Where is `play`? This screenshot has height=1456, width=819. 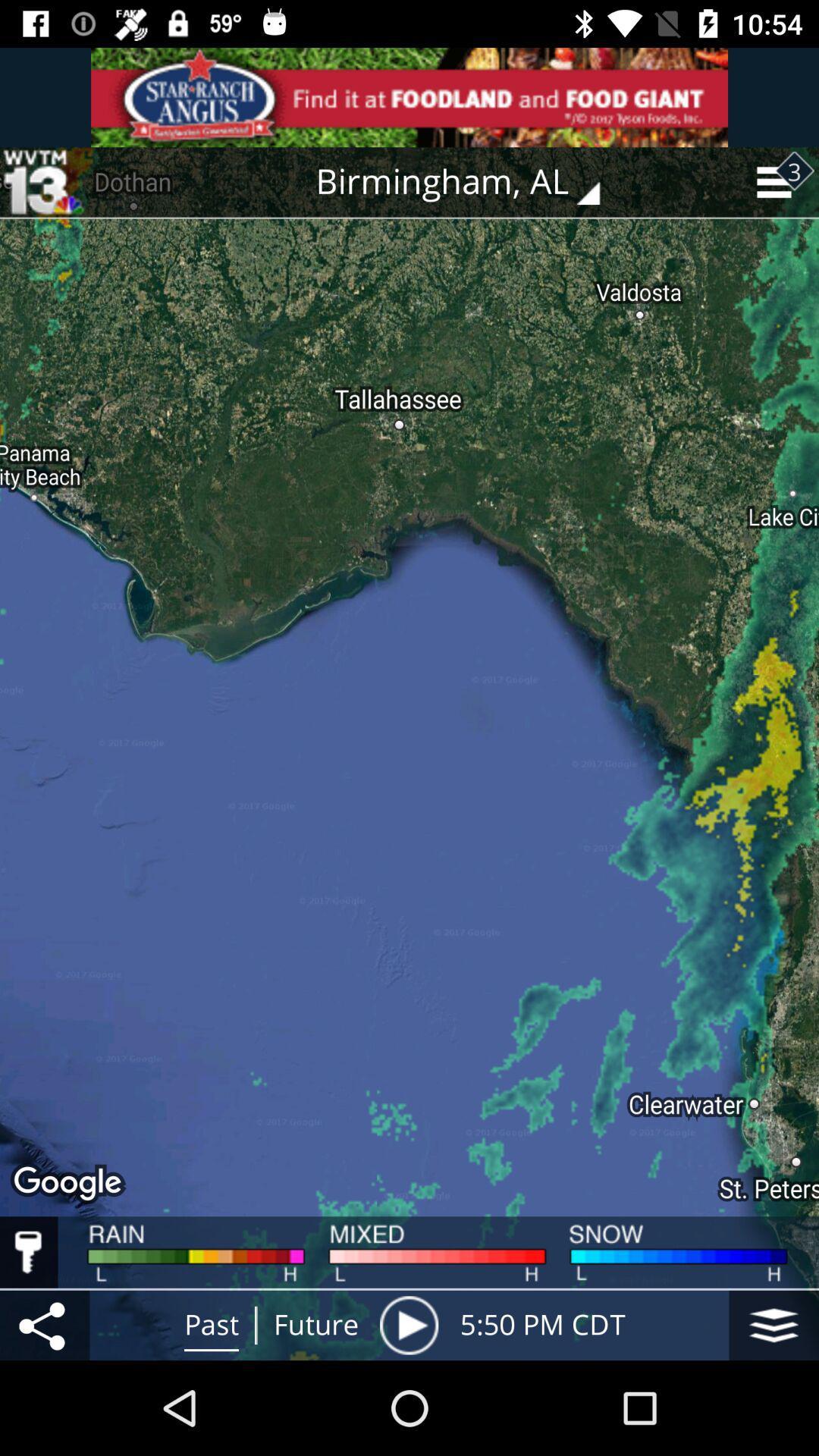 play is located at coordinates (408, 1324).